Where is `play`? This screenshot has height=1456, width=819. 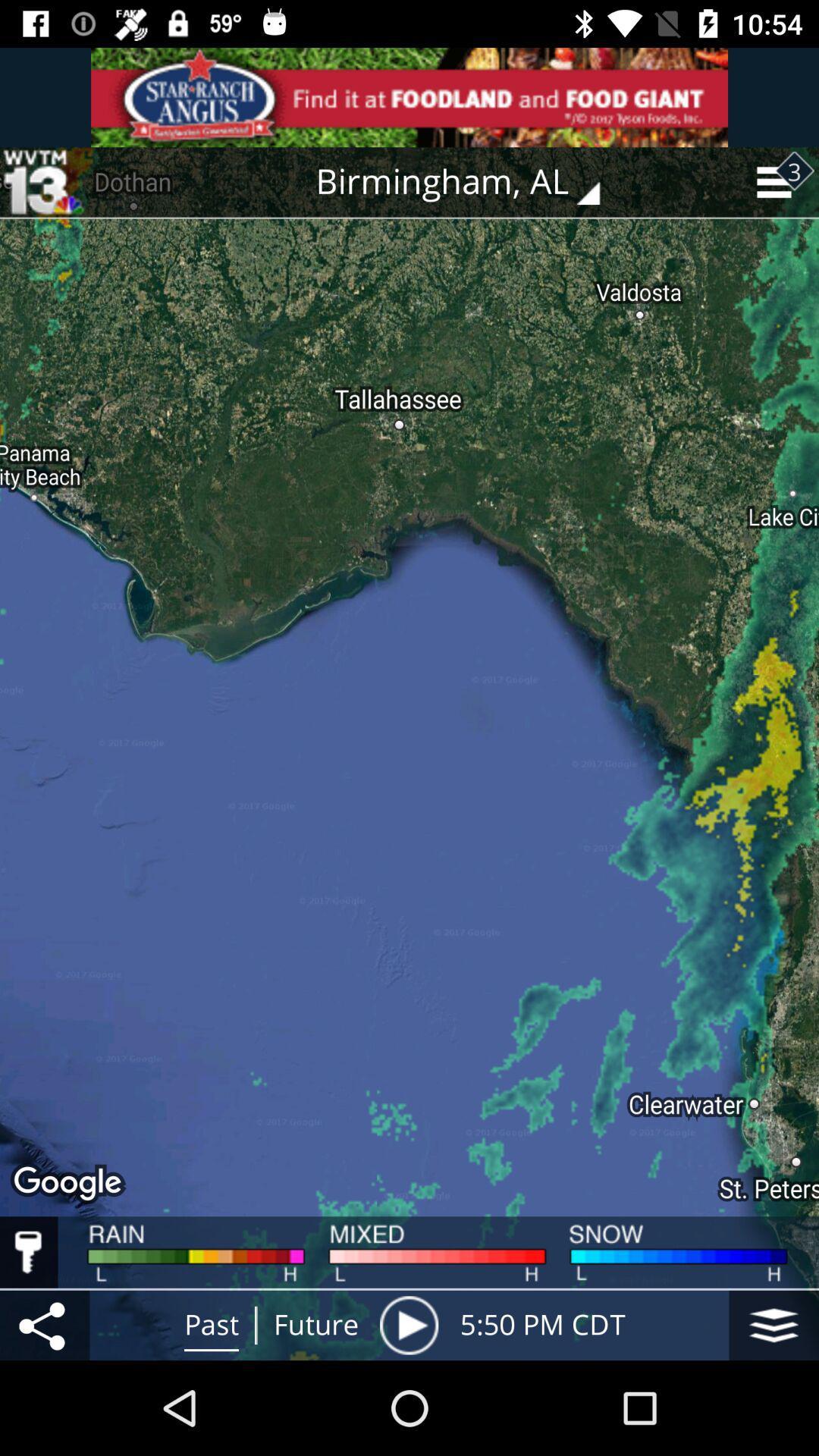 play is located at coordinates (408, 1324).